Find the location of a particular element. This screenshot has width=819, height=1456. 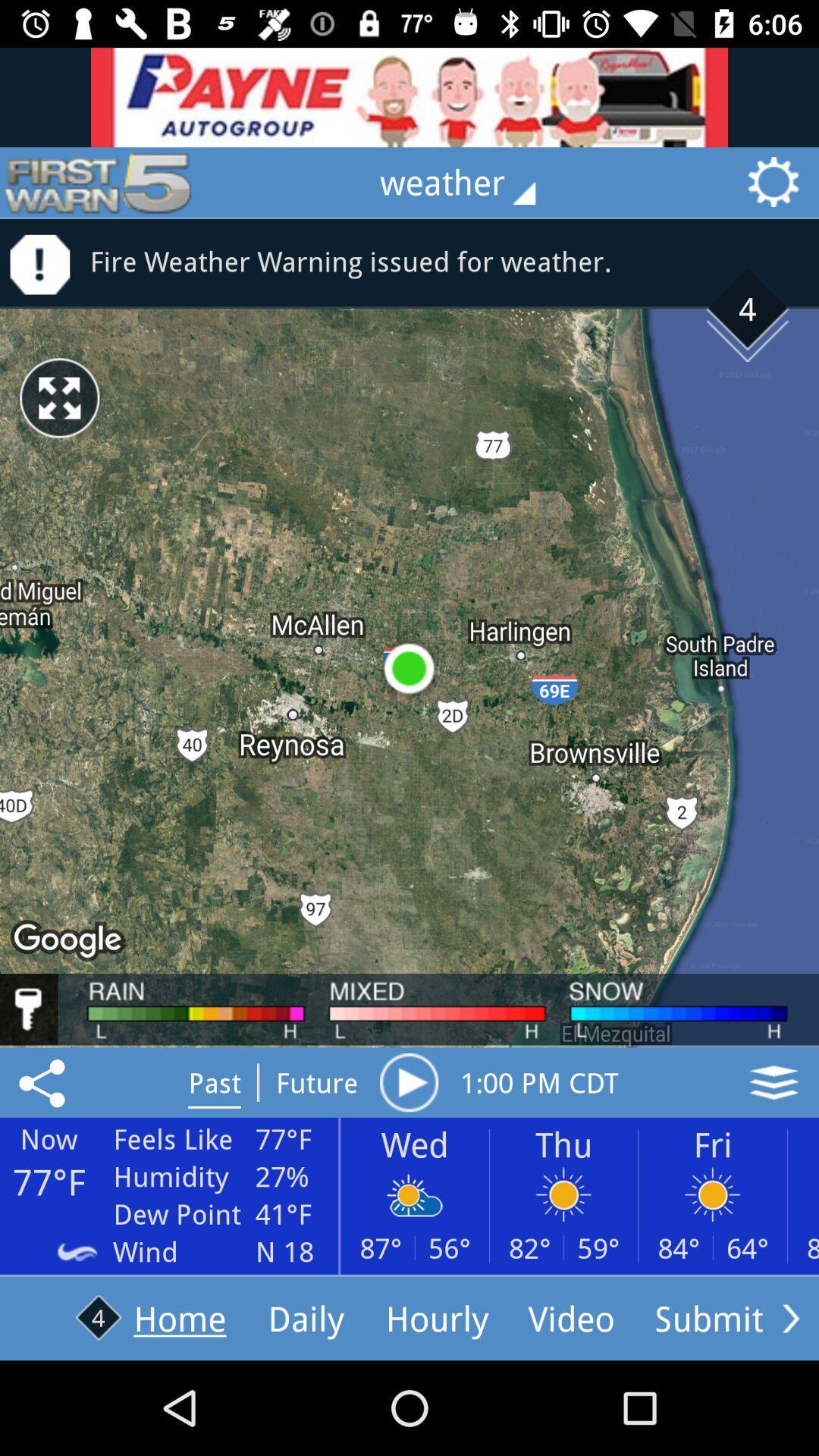

share weather now is located at coordinates (44, 1081).